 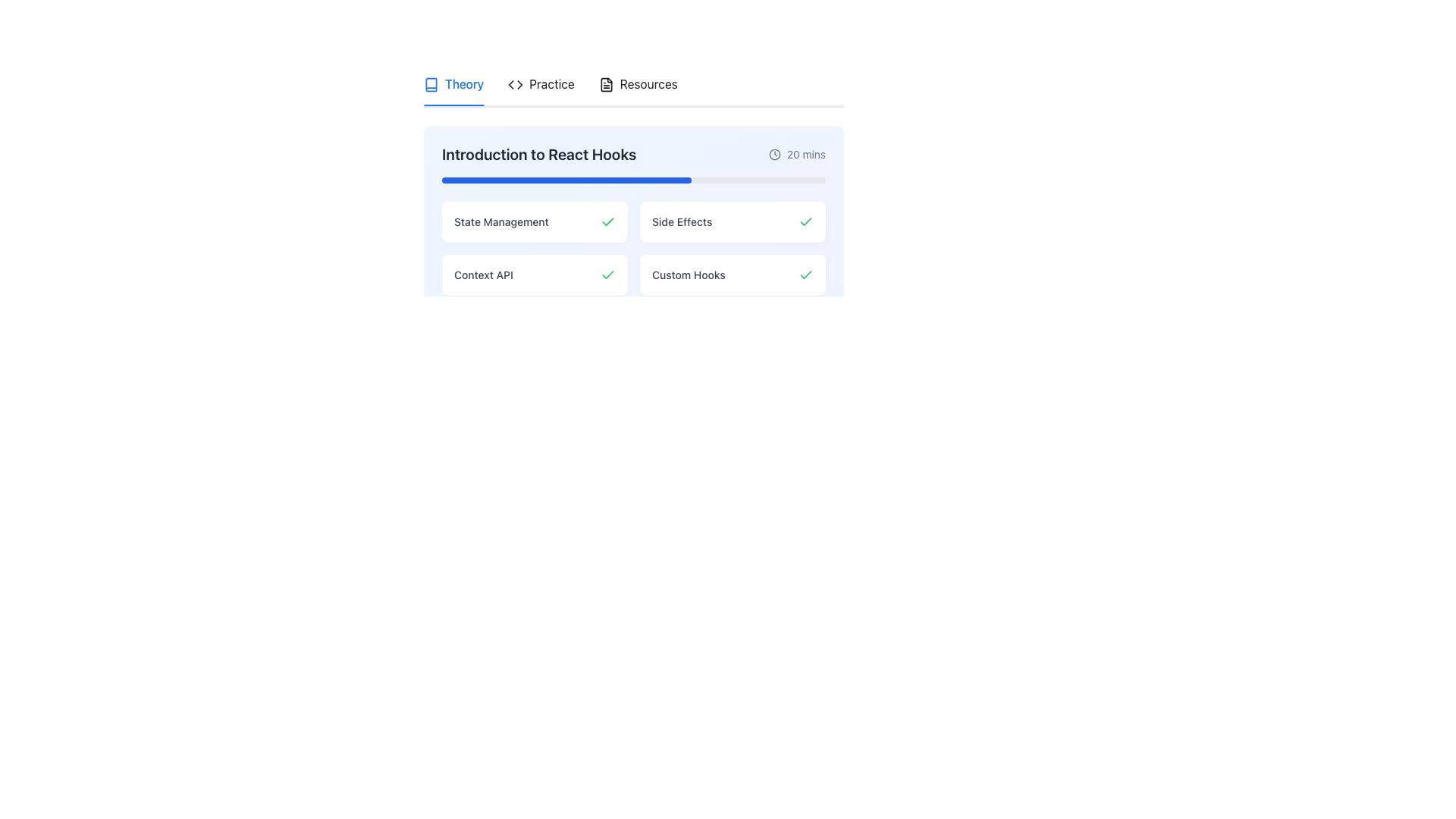 What do you see at coordinates (633, 187) in the screenshot?
I see `the tabbed interface with grid cards to switch between tabs` at bounding box center [633, 187].